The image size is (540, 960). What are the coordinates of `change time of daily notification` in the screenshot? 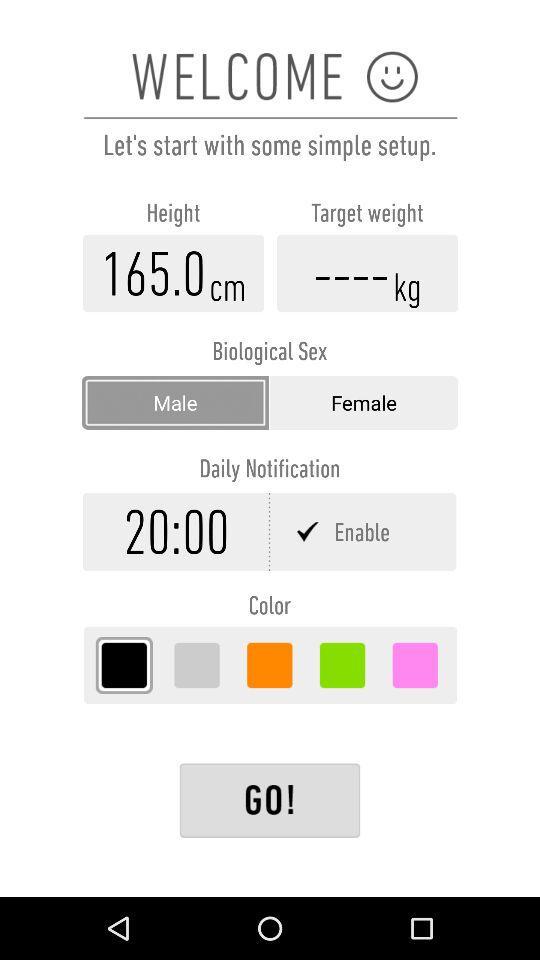 It's located at (176, 530).